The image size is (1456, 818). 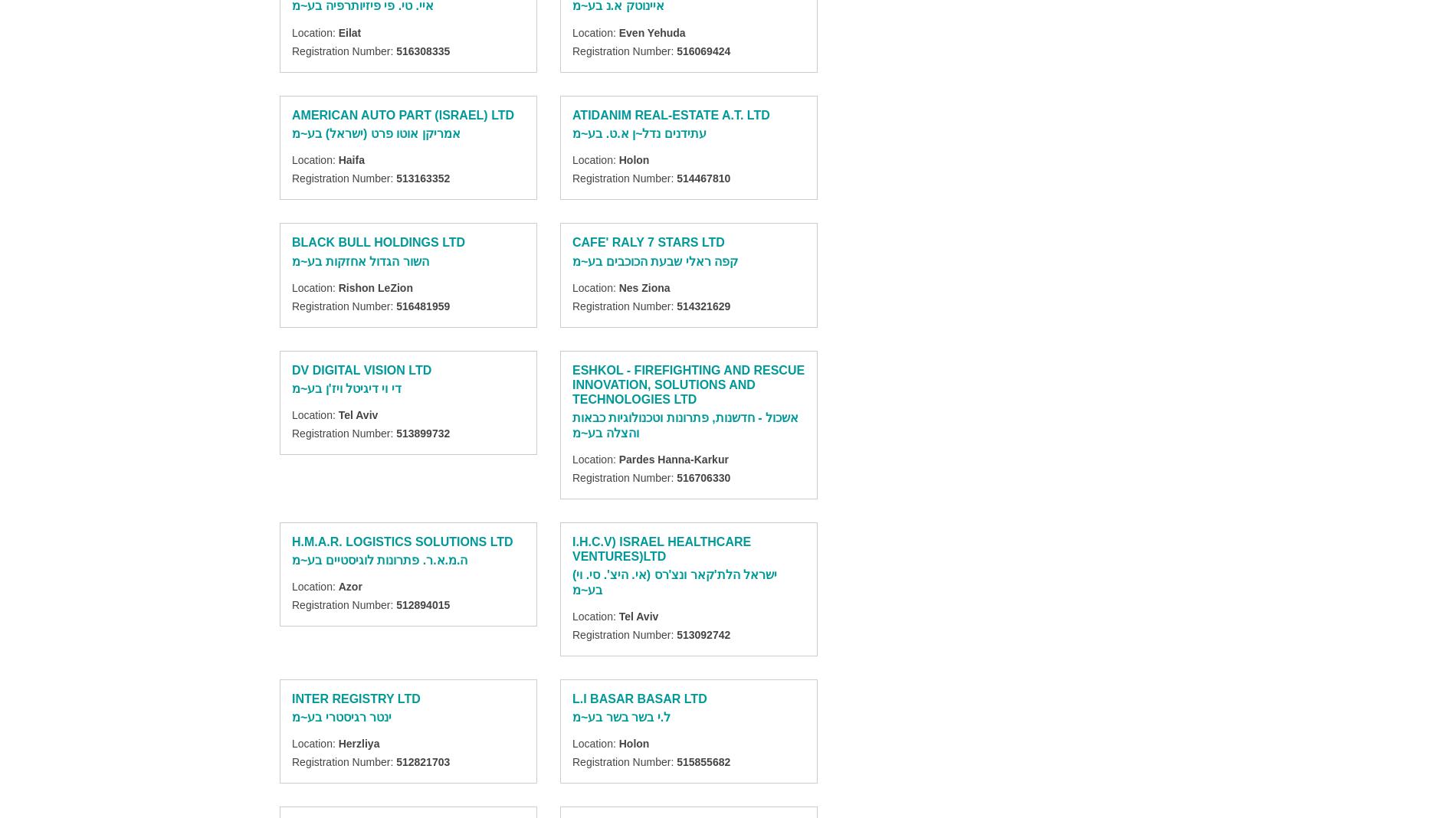 What do you see at coordinates (422, 178) in the screenshot?
I see `'513163352'` at bounding box center [422, 178].